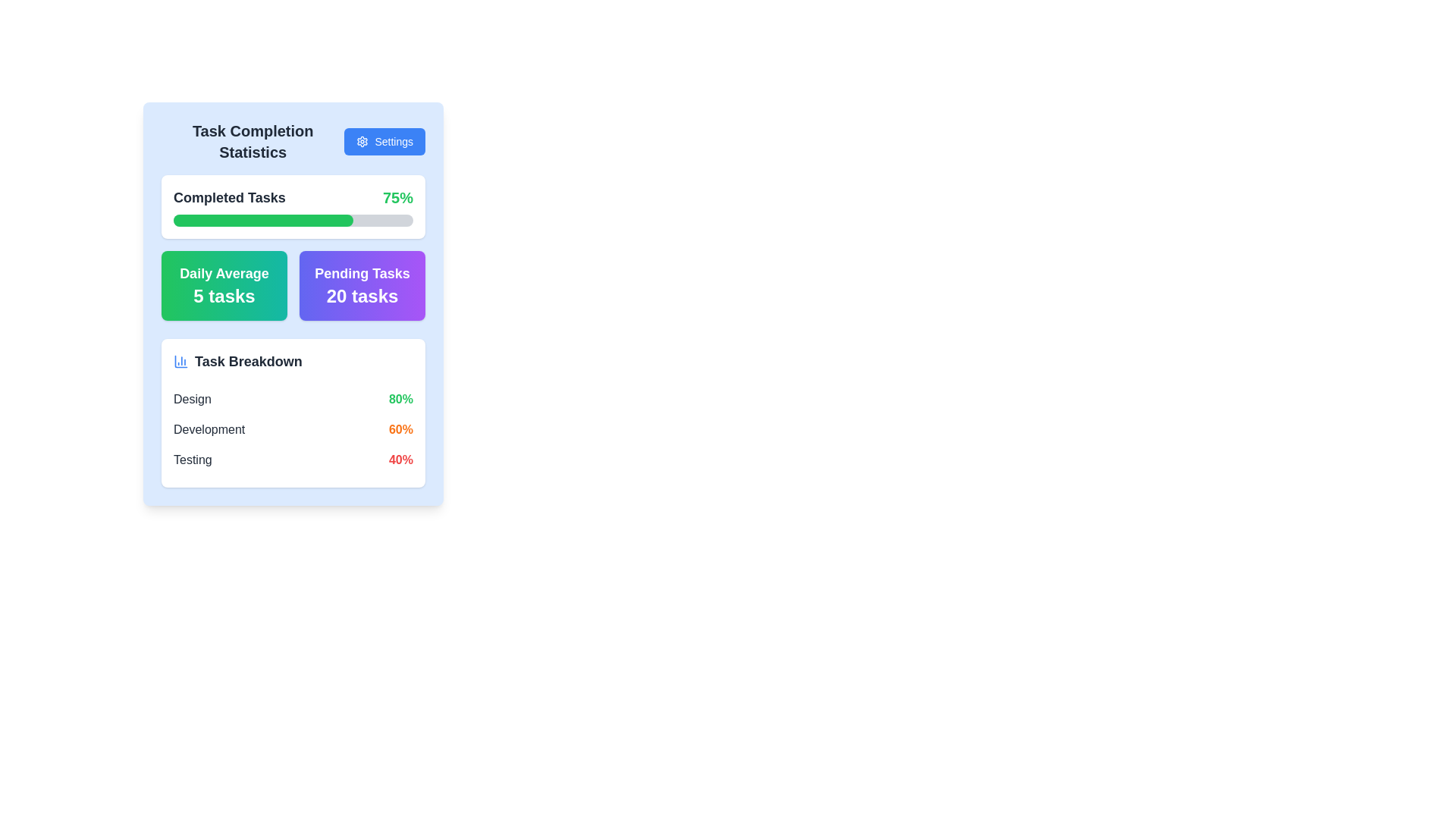 Image resolution: width=1456 pixels, height=819 pixels. Describe the element at coordinates (209, 430) in the screenshot. I see `the static text label reading 'Development' located in the 'Task Breakdown' section, which is aligned to the left next to the completion percentage '60%'` at that location.